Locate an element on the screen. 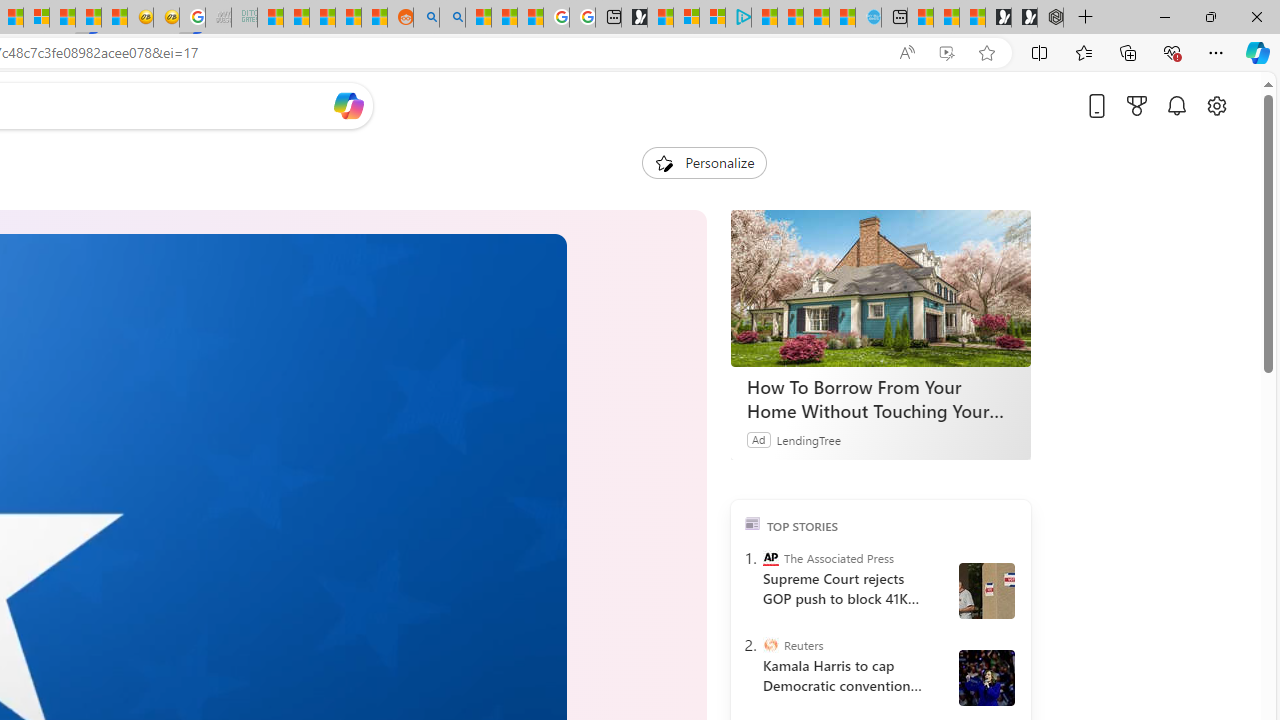 Image resolution: width=1280 pixels, height=720 pixels. ' Harris and Walz campaign in Wisconsin' is located at coordinates (986, 677).